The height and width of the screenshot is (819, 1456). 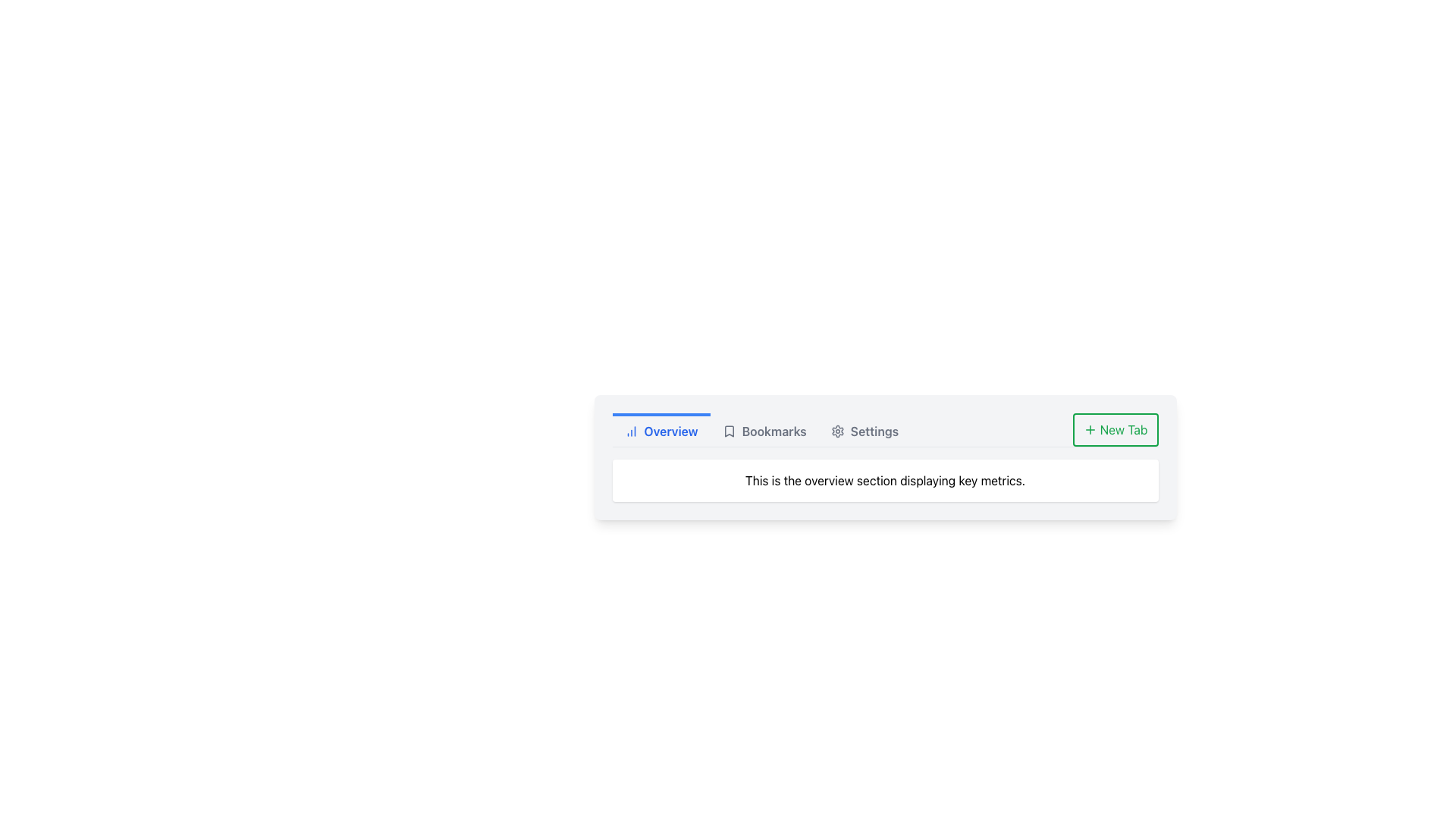 What do you see at coordinates (836, 431) in the screenshot?
I see `the settings icon, which is a part of a gear design vector graphic located to the right of the 'Settings' tab text` at bounding box center [836, 431].